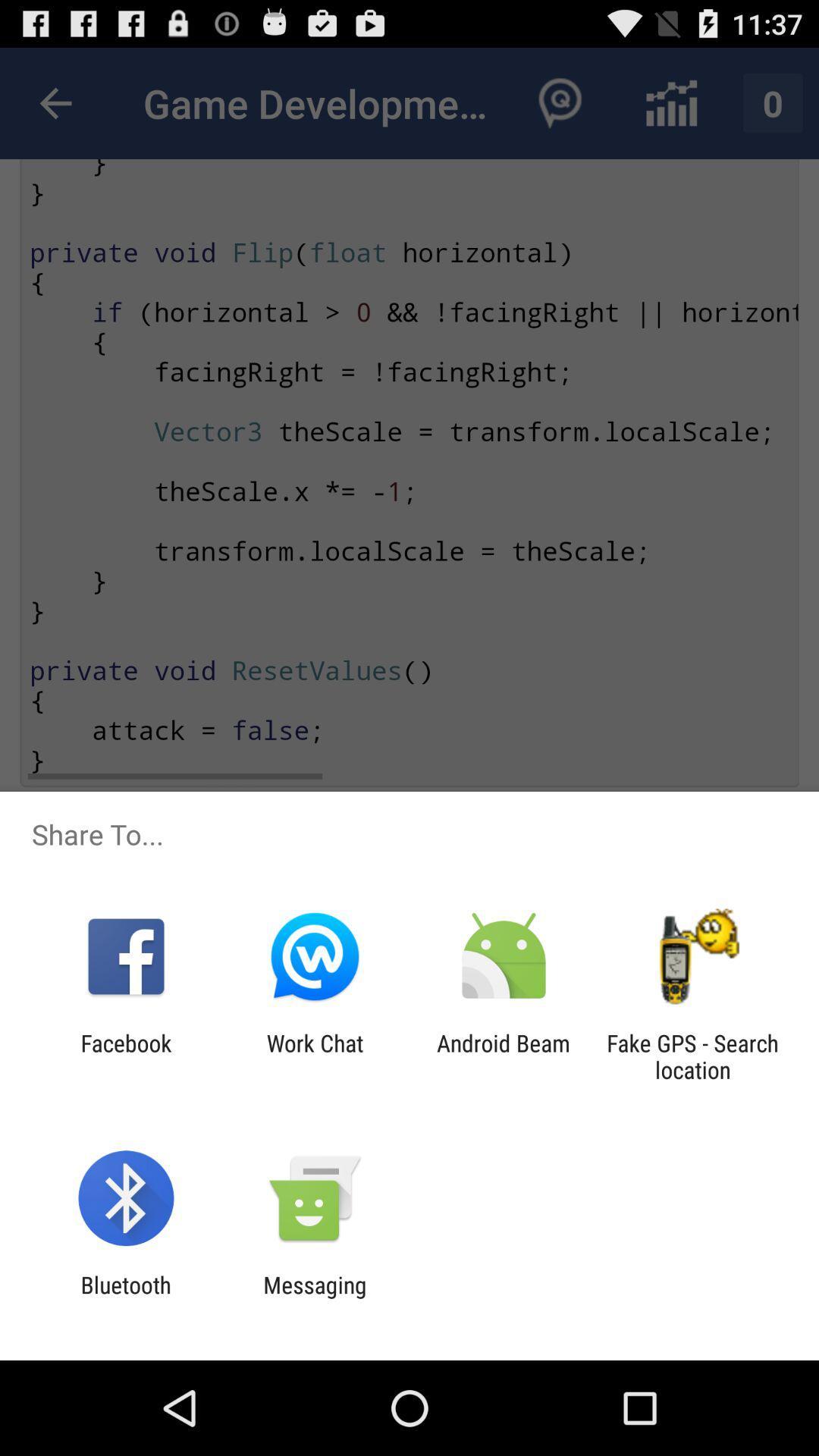 Image resolution: width=819 pixels, height=1456 pixels. What do you see at coordinates (692, 1056) in the screenshot?
I see `the fake gps search item` at bounding box center [692, 1056].